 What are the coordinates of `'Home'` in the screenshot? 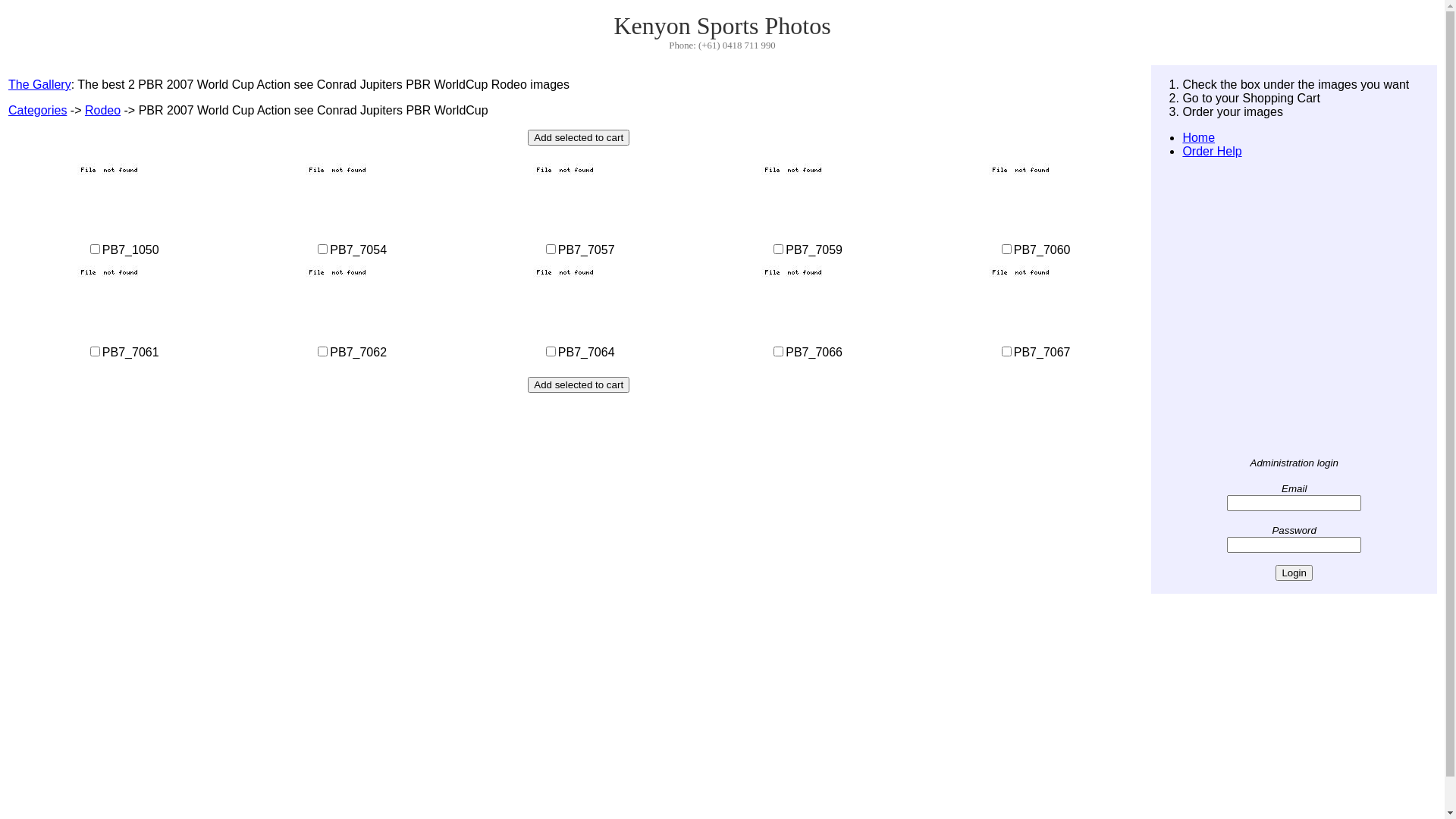 It's located at (1197, 137).